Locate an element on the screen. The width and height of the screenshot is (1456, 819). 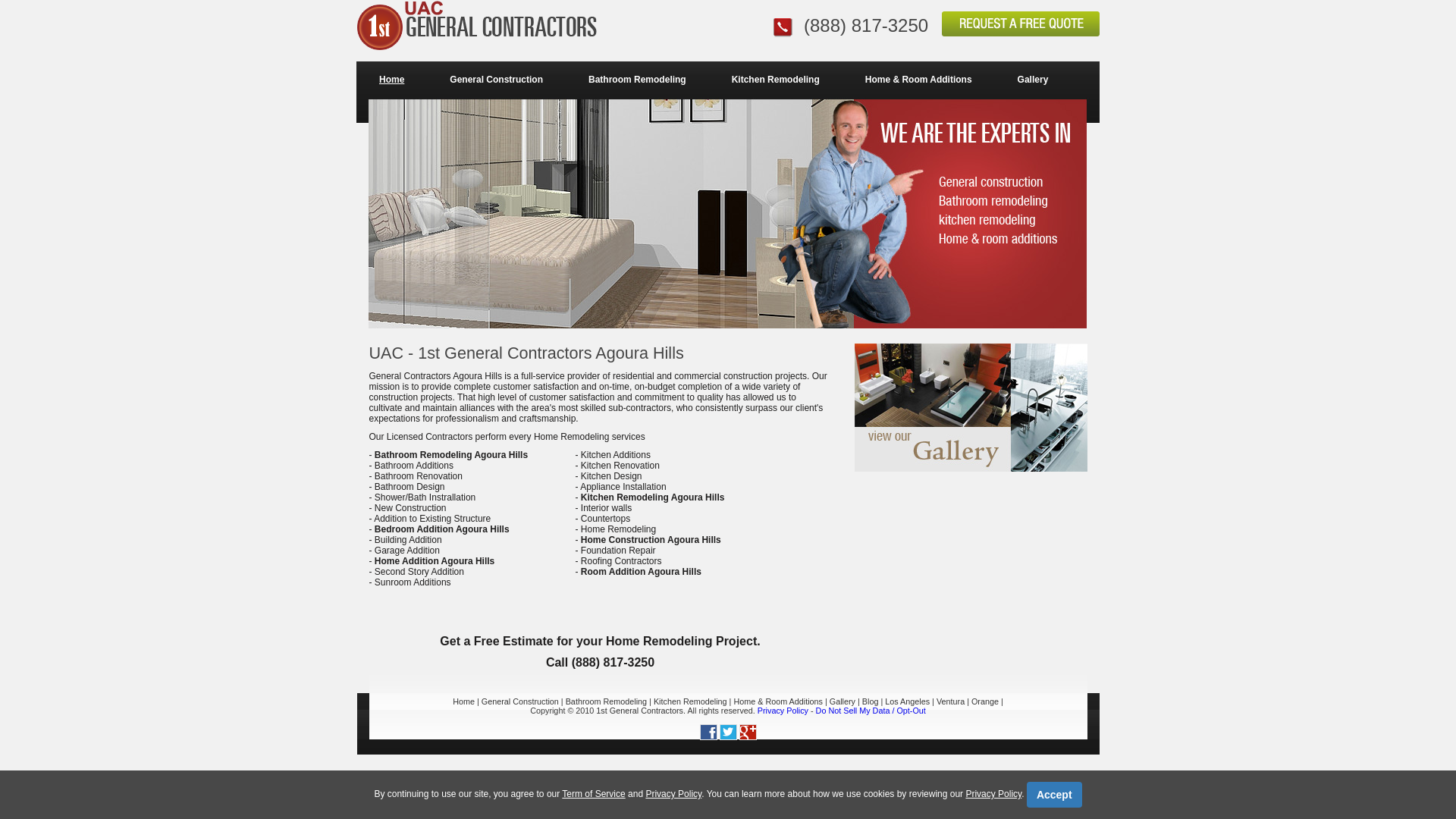
'General Construction' is located at coordinates (520, 701).